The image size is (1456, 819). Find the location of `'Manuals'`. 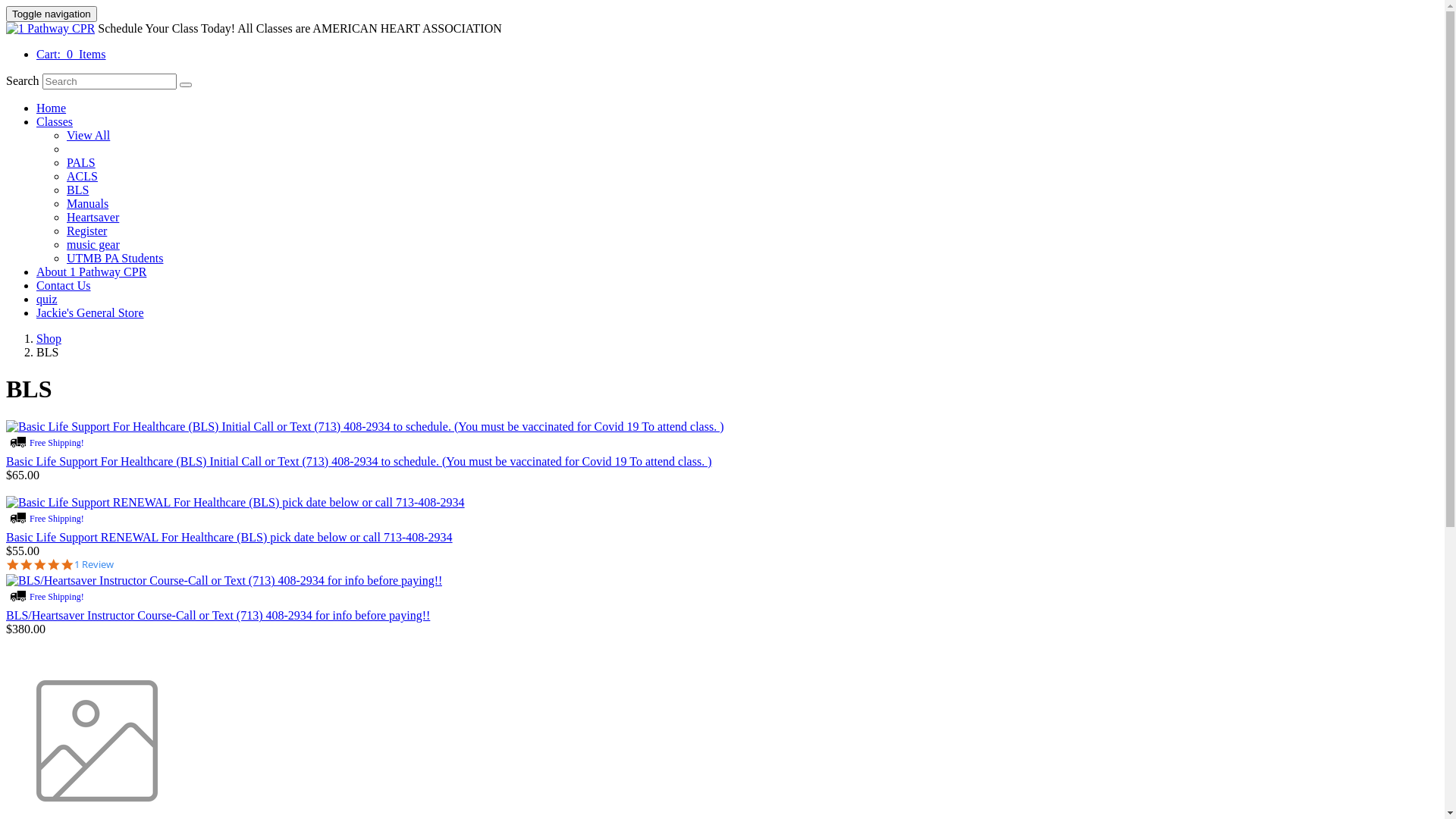

'Manuals' is located at coordinates (86, 202).